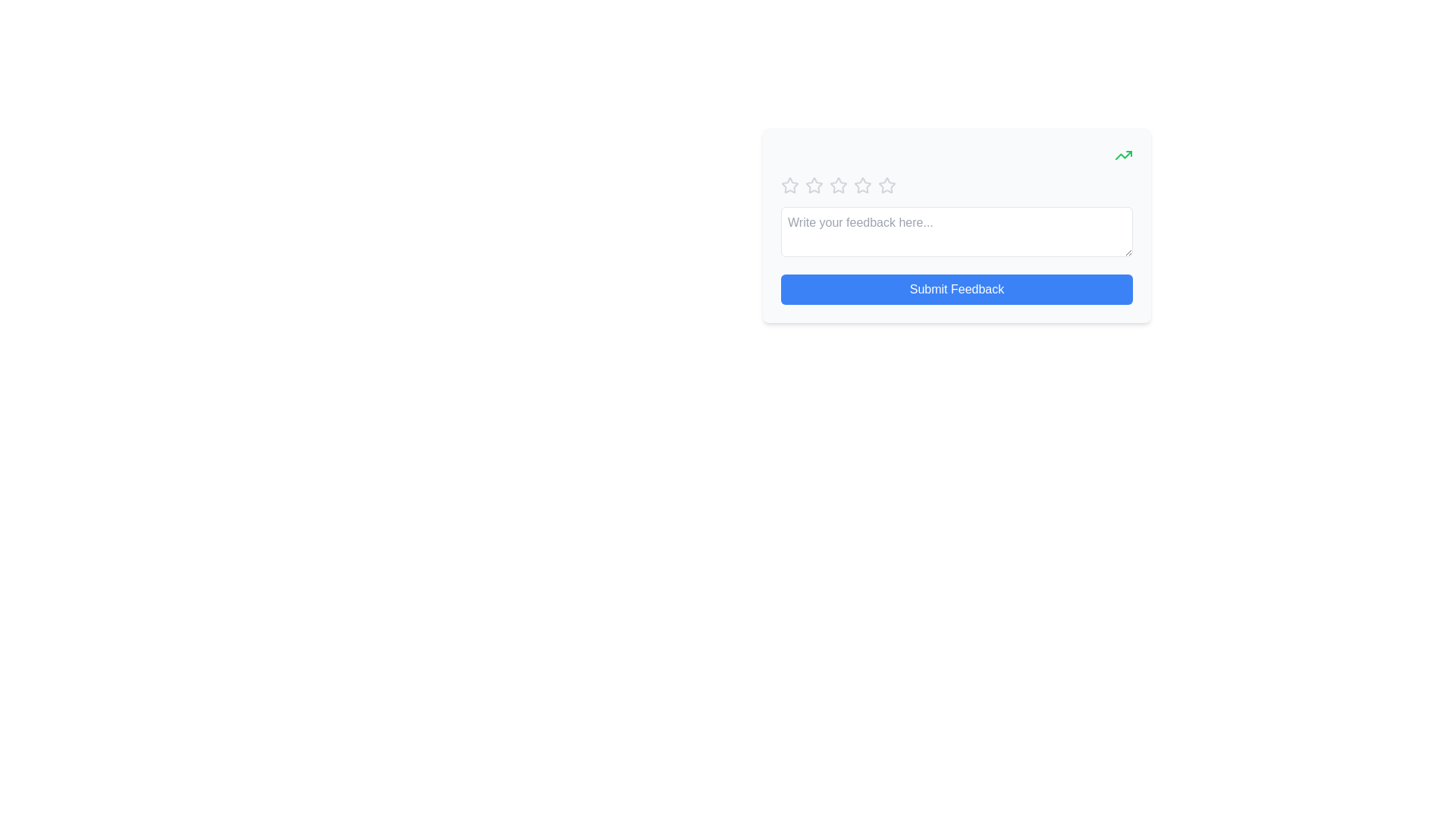 The height and width of the screenshot is (819, 1456). What do you see at coordinates (1124, 155) in the screenshot?
I see `small, green upward-pointing trend line graphic located in the top-right corner of the feedback widget for debugging purposes` at bounding box center [1124, 155].